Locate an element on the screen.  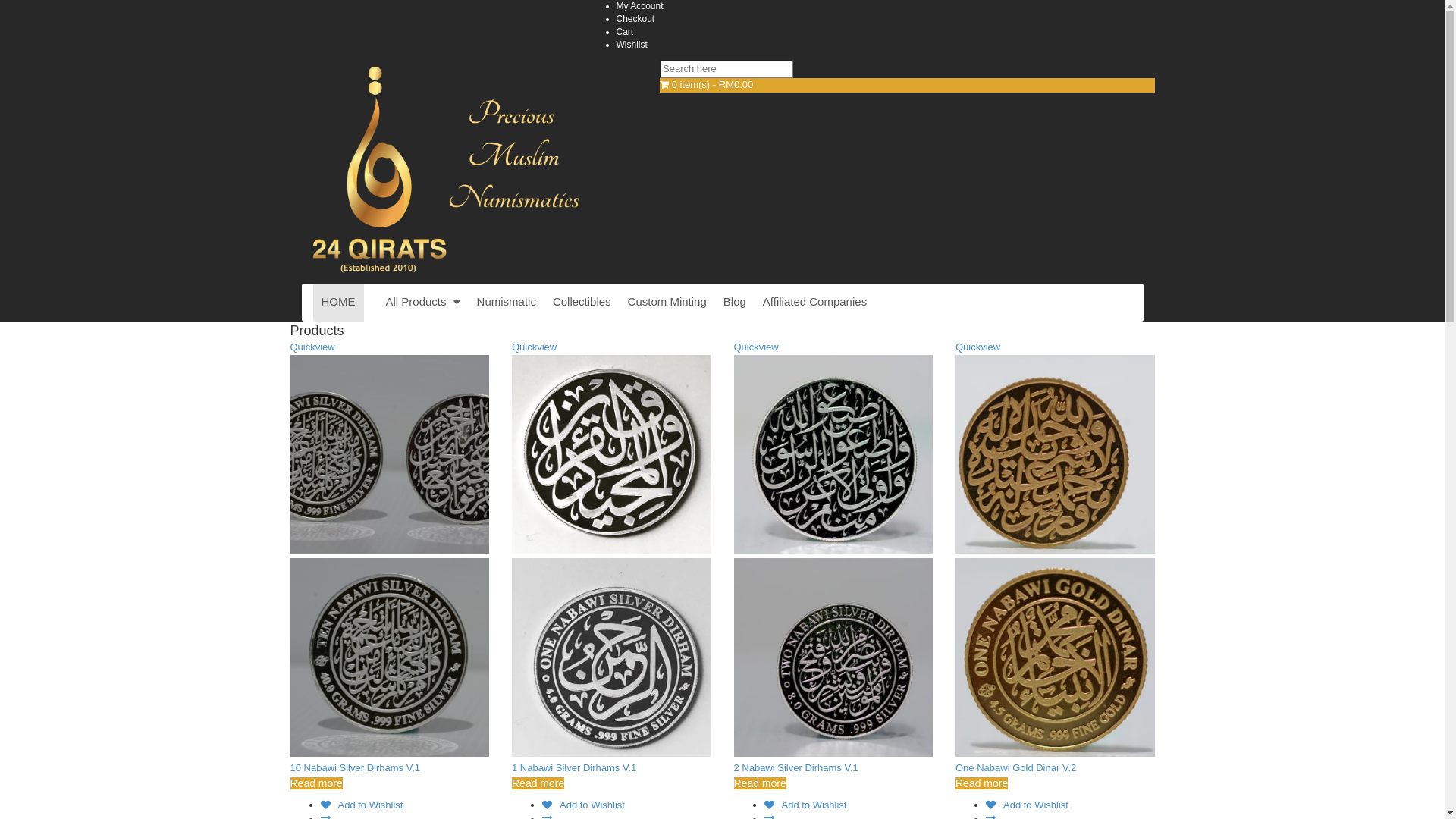
'HOME' is located at coordinates (337, 302).